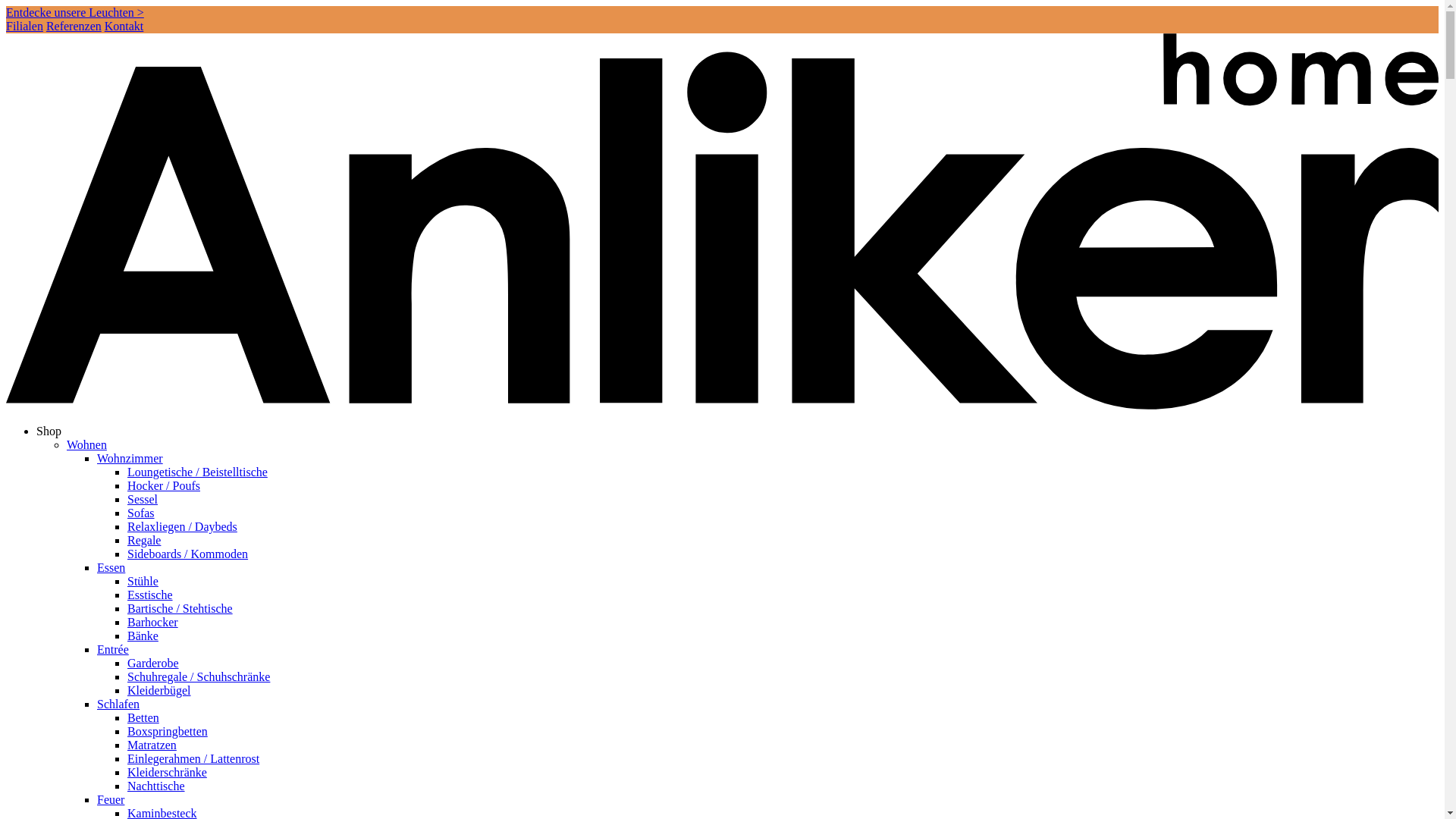 This screenshot has width=1456, height=819. Describe the element at coordinates (143, 717) in the screenshot. I see `'Betten'` at that location.